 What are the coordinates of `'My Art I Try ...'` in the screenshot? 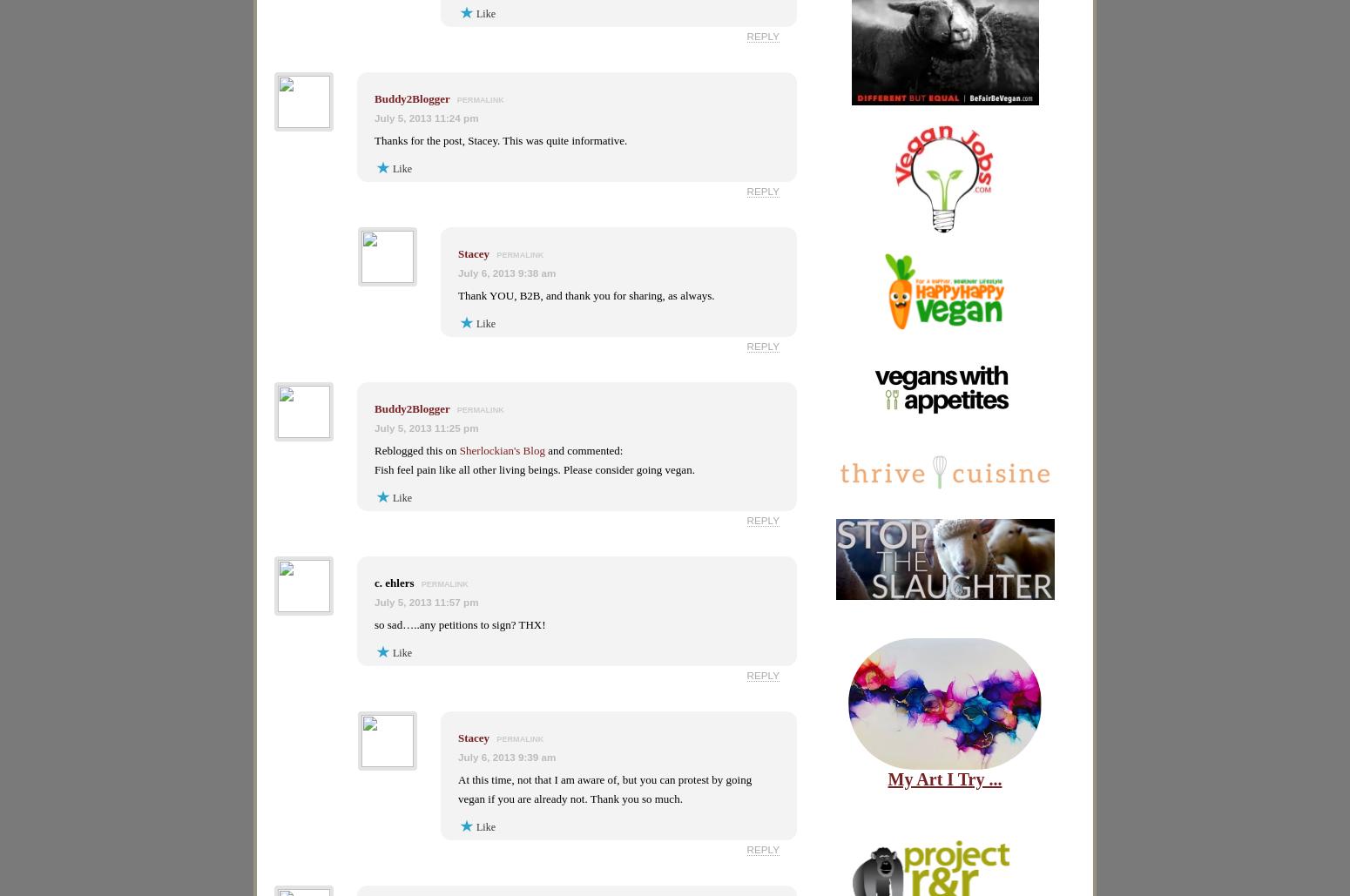 It's located at (944, 778).